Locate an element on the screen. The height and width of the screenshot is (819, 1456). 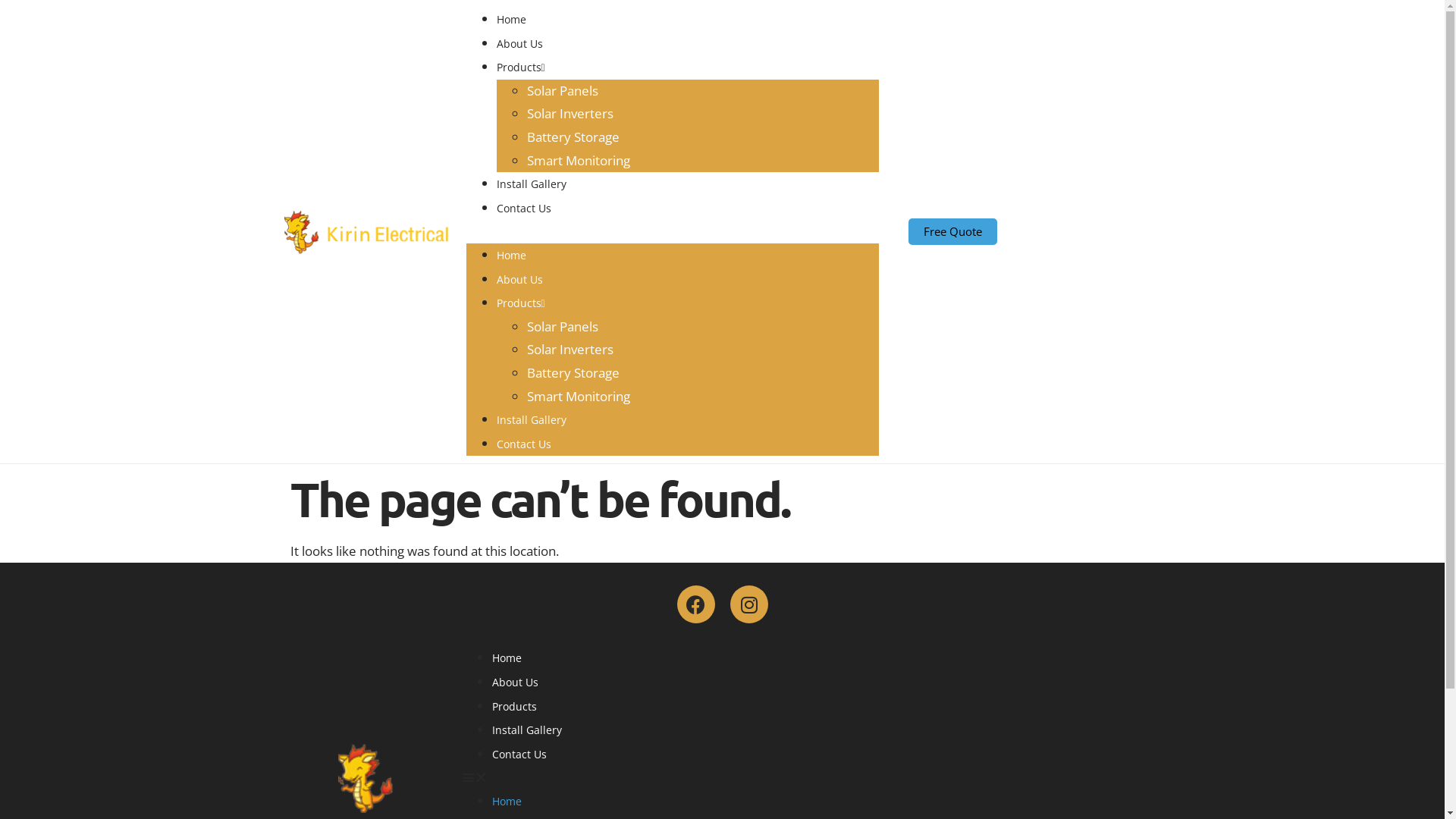
'Smart Monitoring' is located at coordinates (577, 160).